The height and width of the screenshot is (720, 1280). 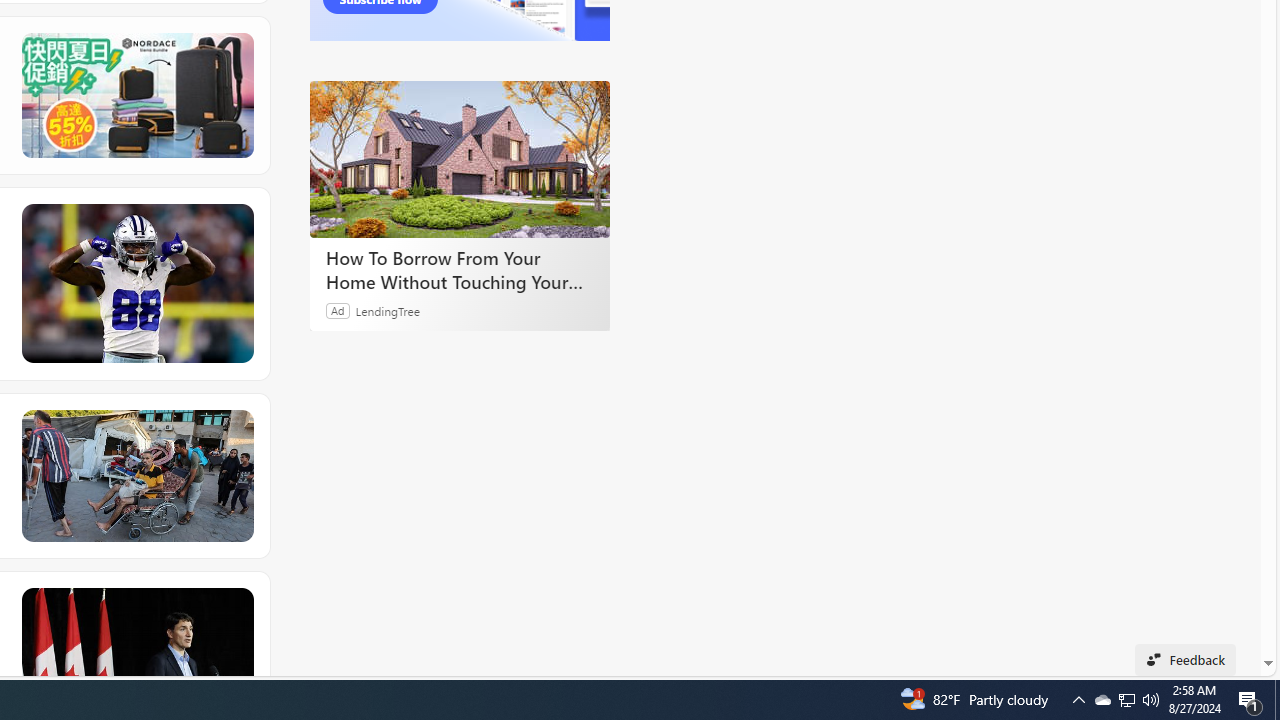 I want to click on 'Feedback', so click(x=1185, y=659).